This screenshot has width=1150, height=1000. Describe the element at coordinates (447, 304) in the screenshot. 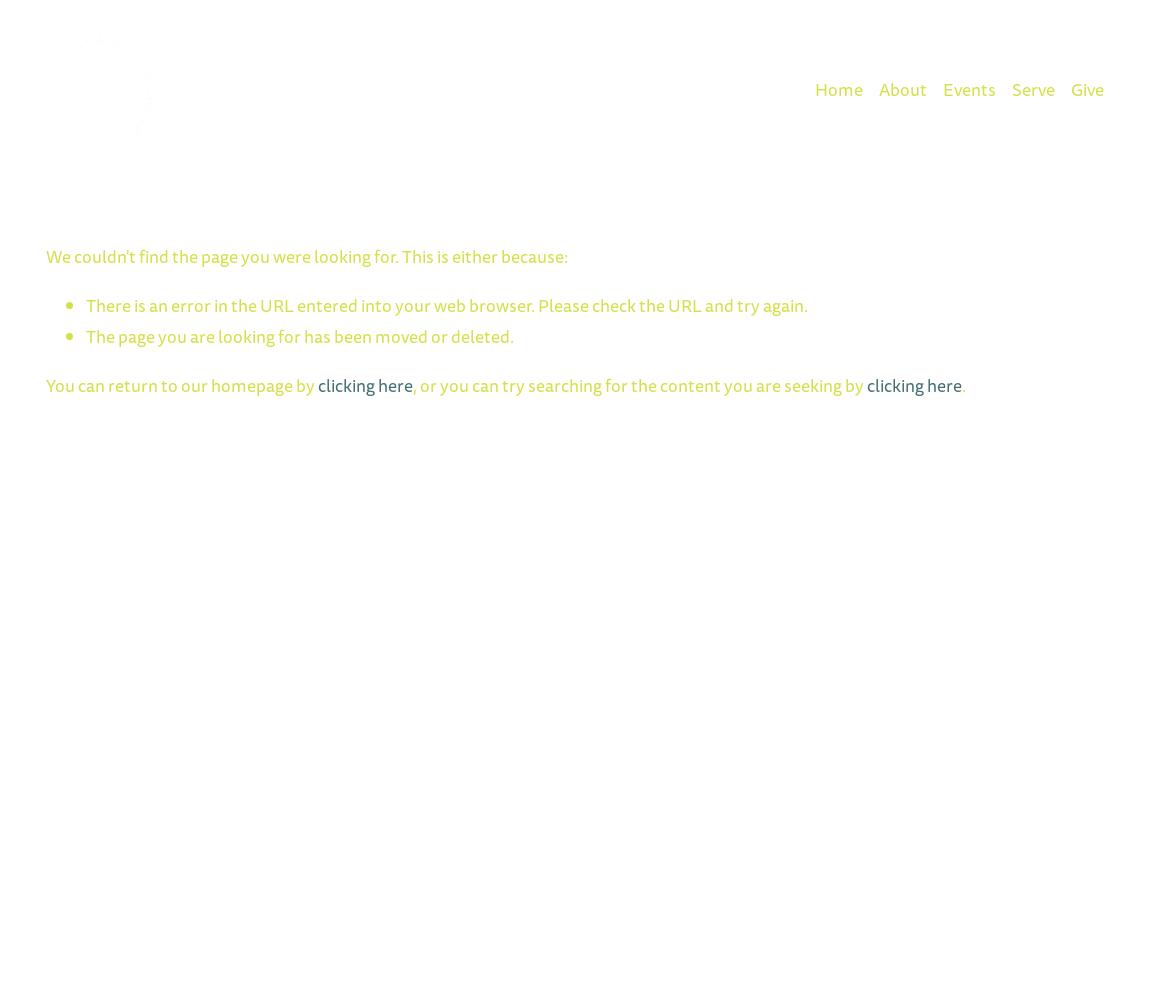

I see `'There is an error in the URL entered into your web browser. Please check the URL and try again.'` at that location.